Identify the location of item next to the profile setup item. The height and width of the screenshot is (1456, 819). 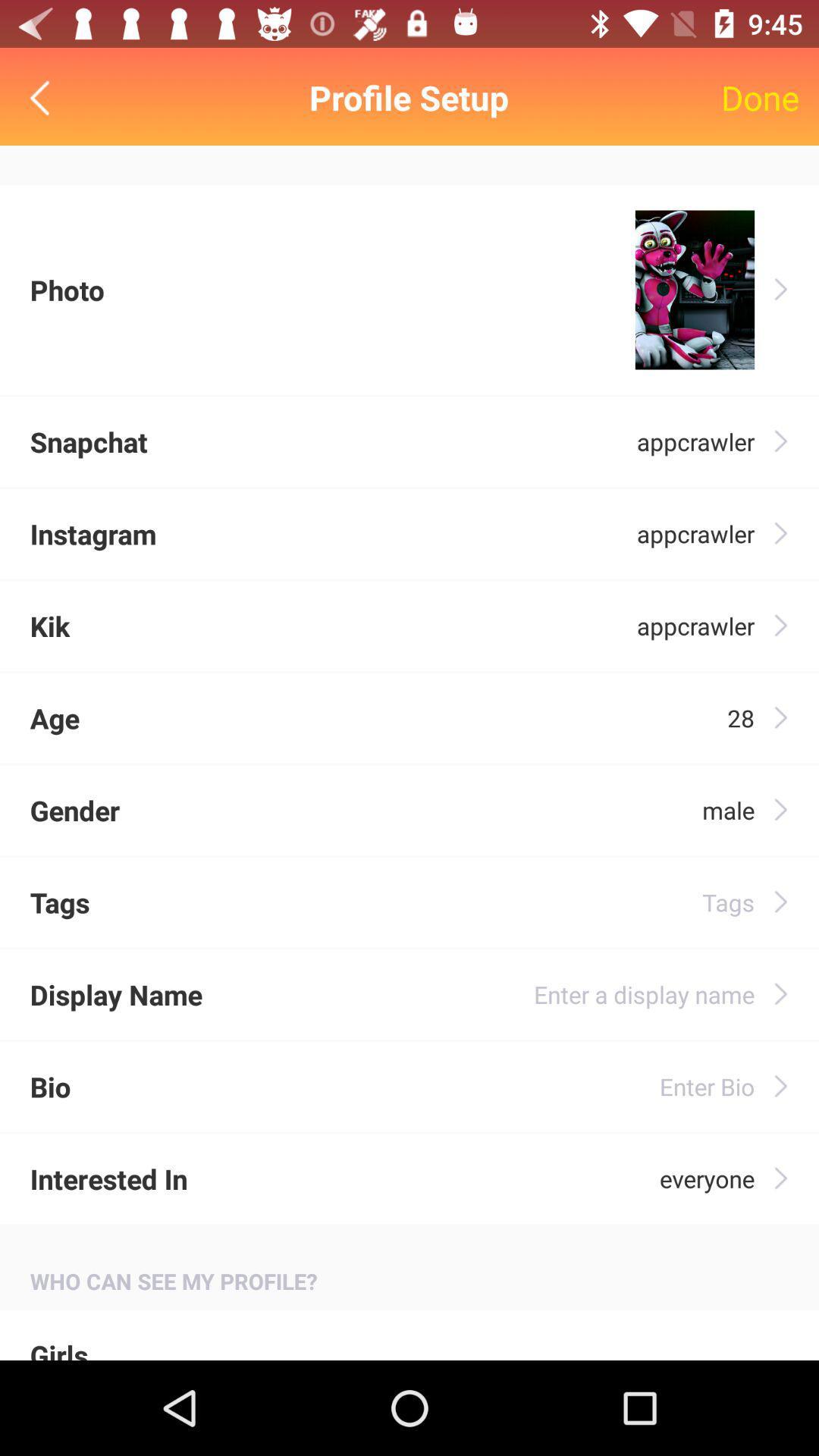
(42, 97).